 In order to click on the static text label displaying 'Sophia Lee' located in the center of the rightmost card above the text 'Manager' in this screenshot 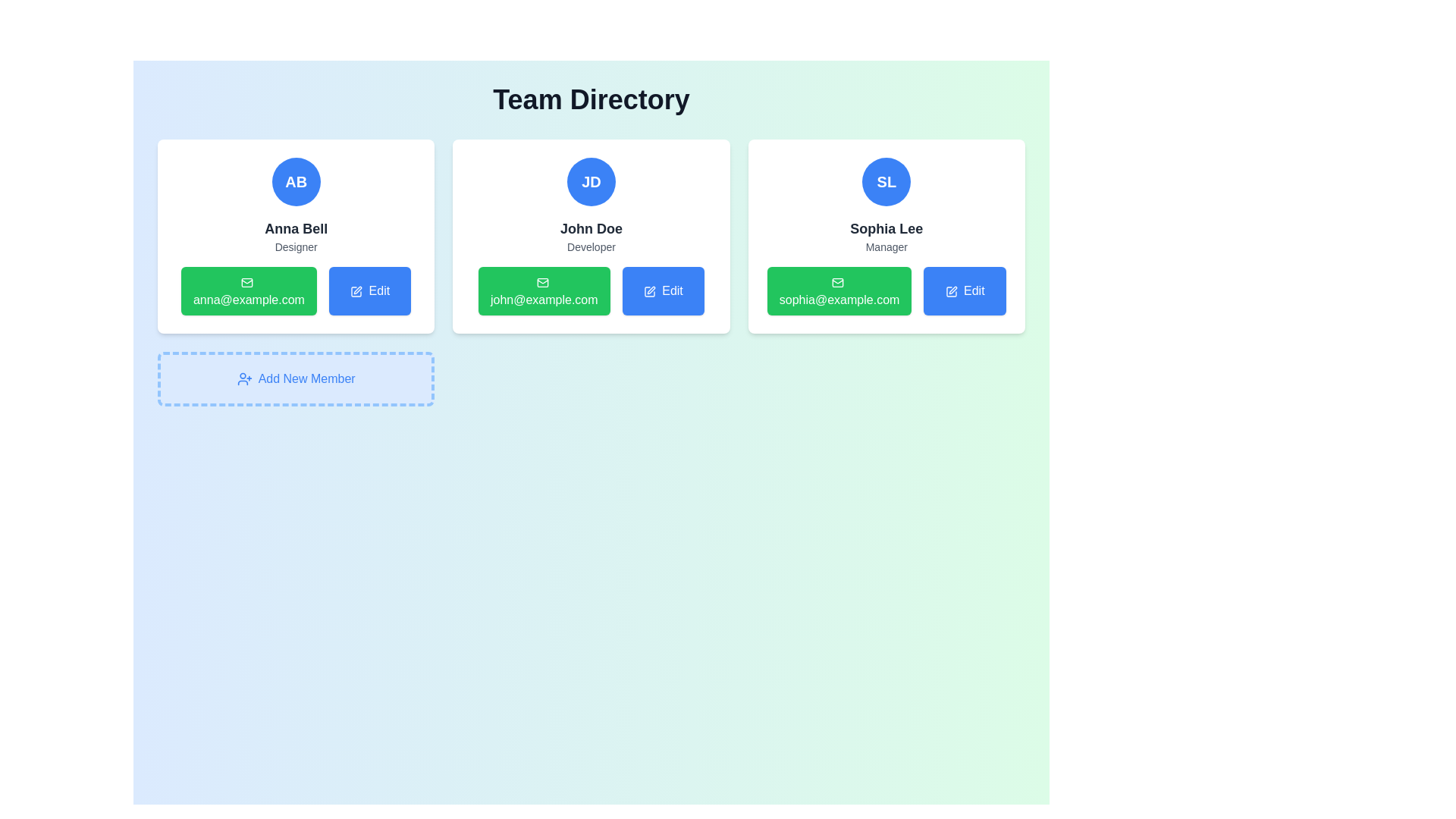, I will do `click(886, 228)`.